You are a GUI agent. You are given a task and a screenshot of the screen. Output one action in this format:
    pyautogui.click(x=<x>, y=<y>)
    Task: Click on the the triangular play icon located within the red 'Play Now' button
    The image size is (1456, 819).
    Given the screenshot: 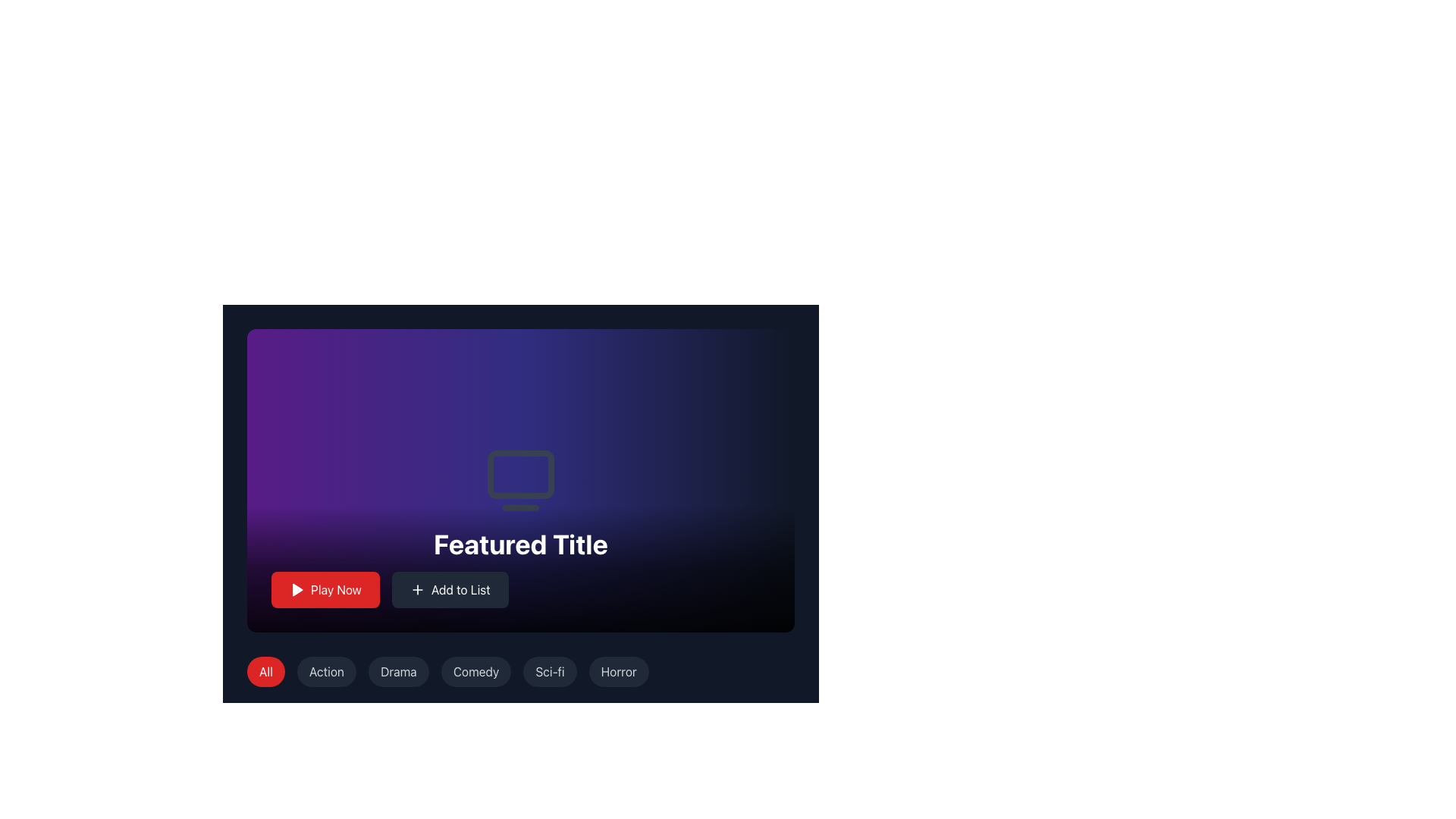 What is the action you would take?
    pyautogui.click(x=297, y=589)
    